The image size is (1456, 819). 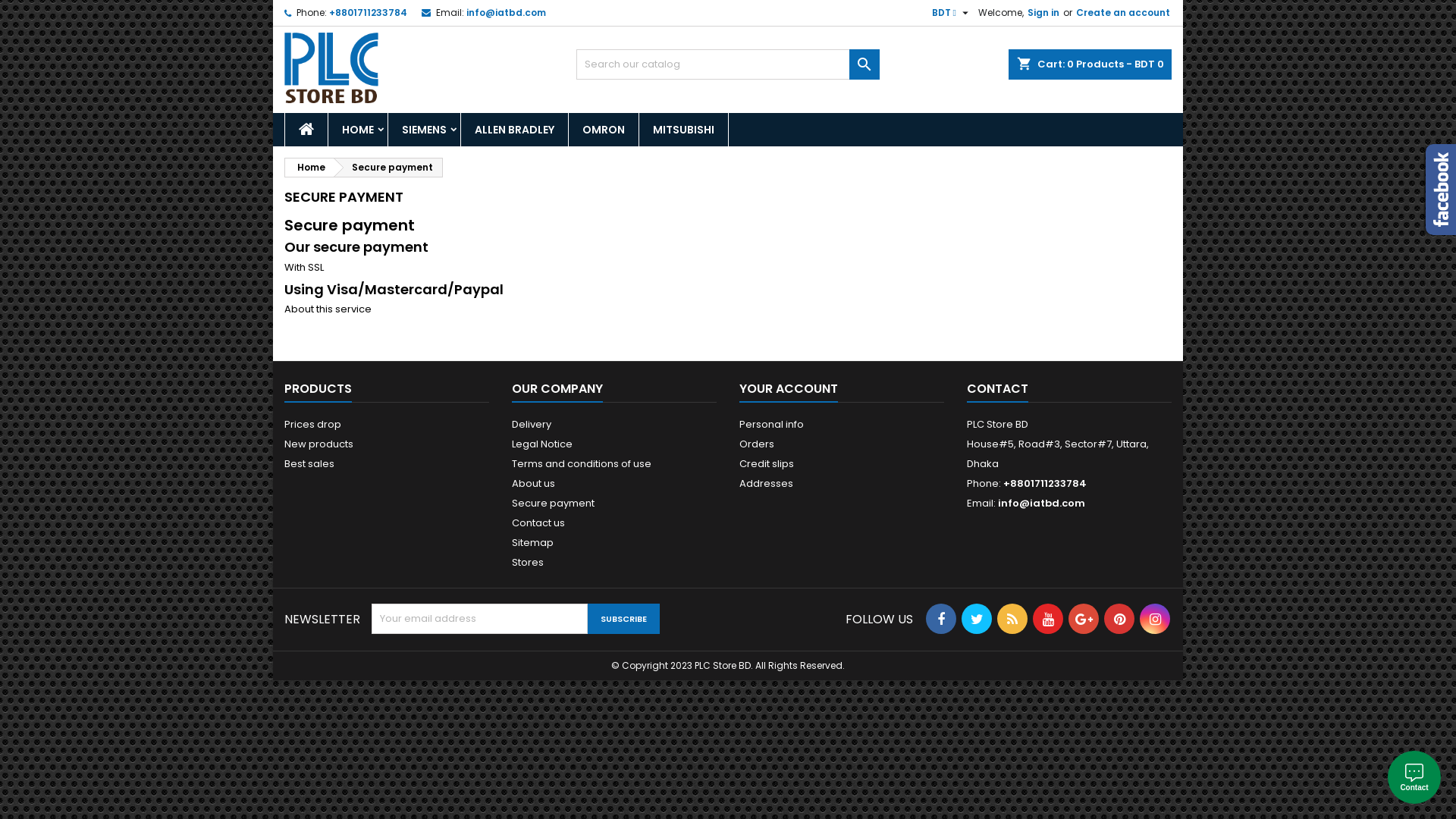 What do you see at coordinates (538, 522) in the screenshot?
I see `'Contact us'` at bounding box center [538, 522].